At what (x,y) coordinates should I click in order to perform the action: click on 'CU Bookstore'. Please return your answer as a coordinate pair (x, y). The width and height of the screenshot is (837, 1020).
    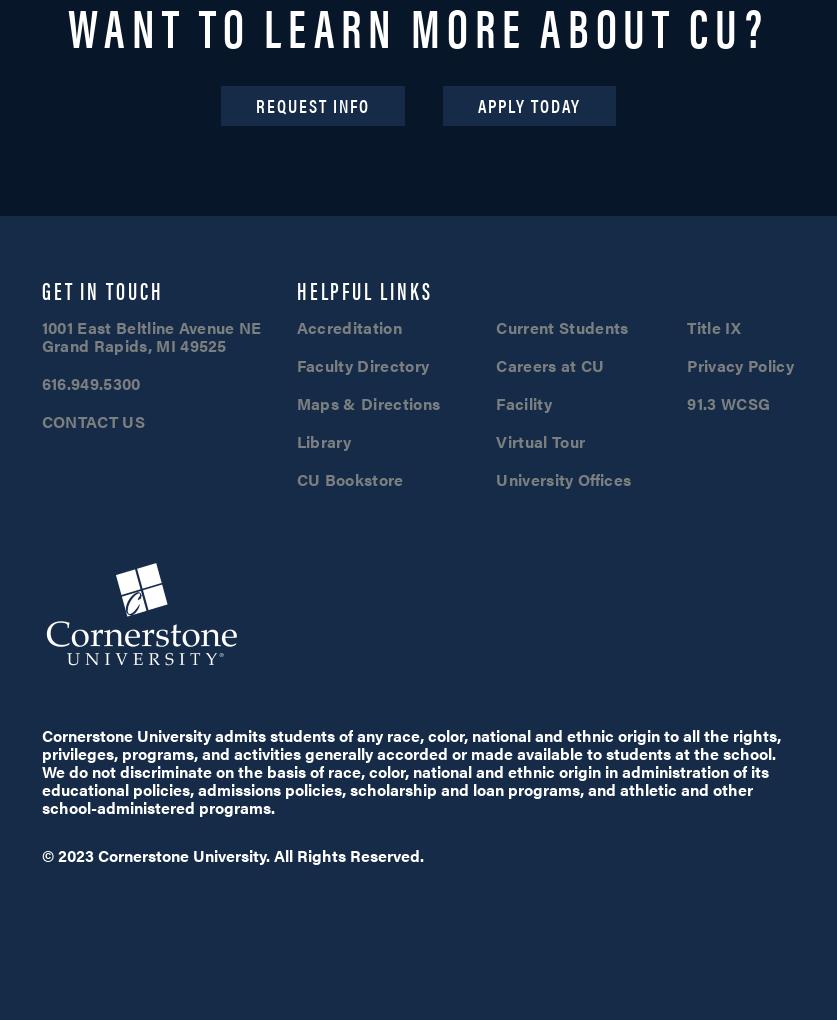
    Looking at the image, I should click on (349, 478).